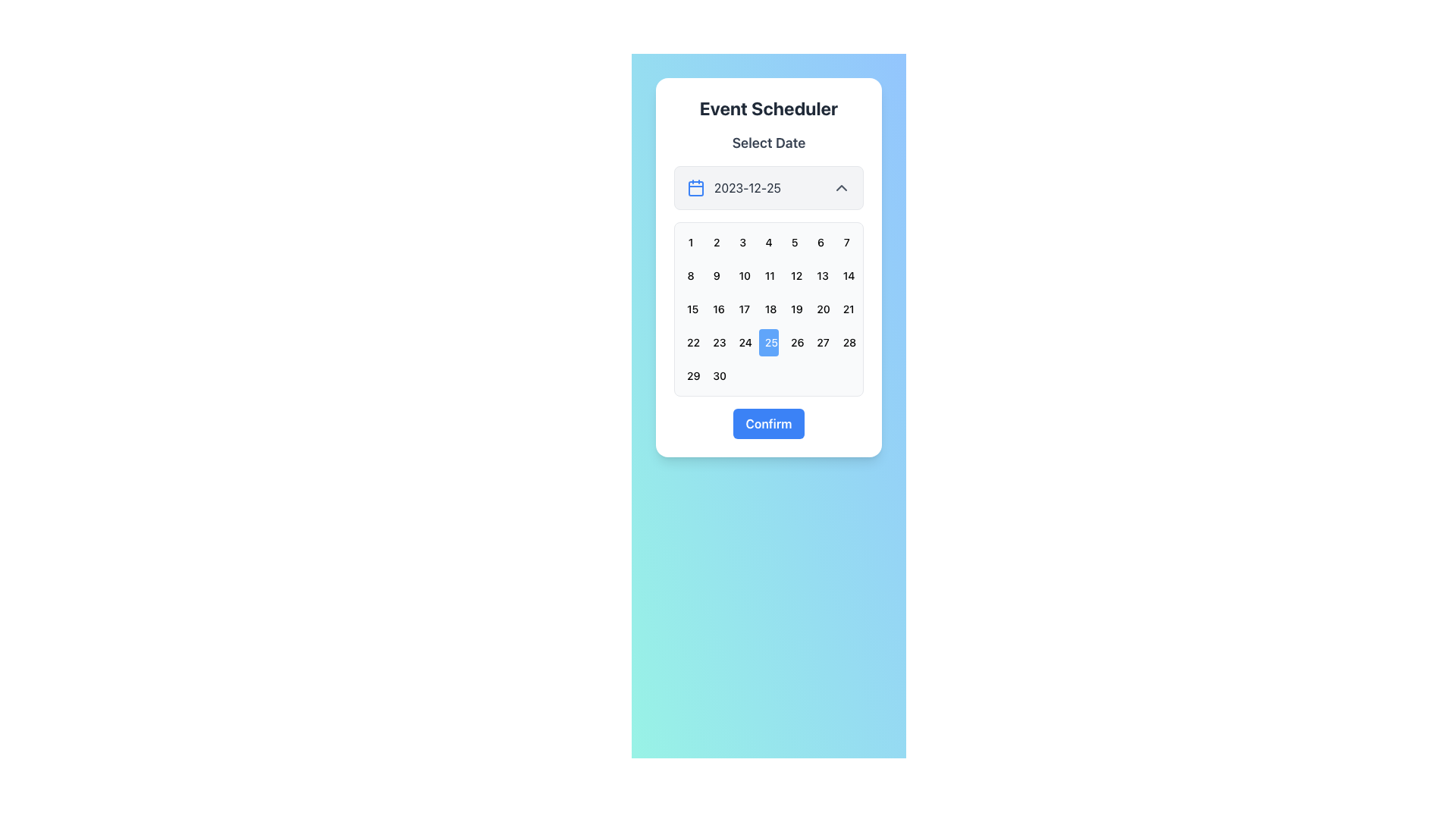 This screenshot has width=1456, height=819. Describe the element at coordinates (794, 242) in the screenshot. I see `the interactive date option button representing the 5th day in the calendar view to activate the hover effect` at that location.